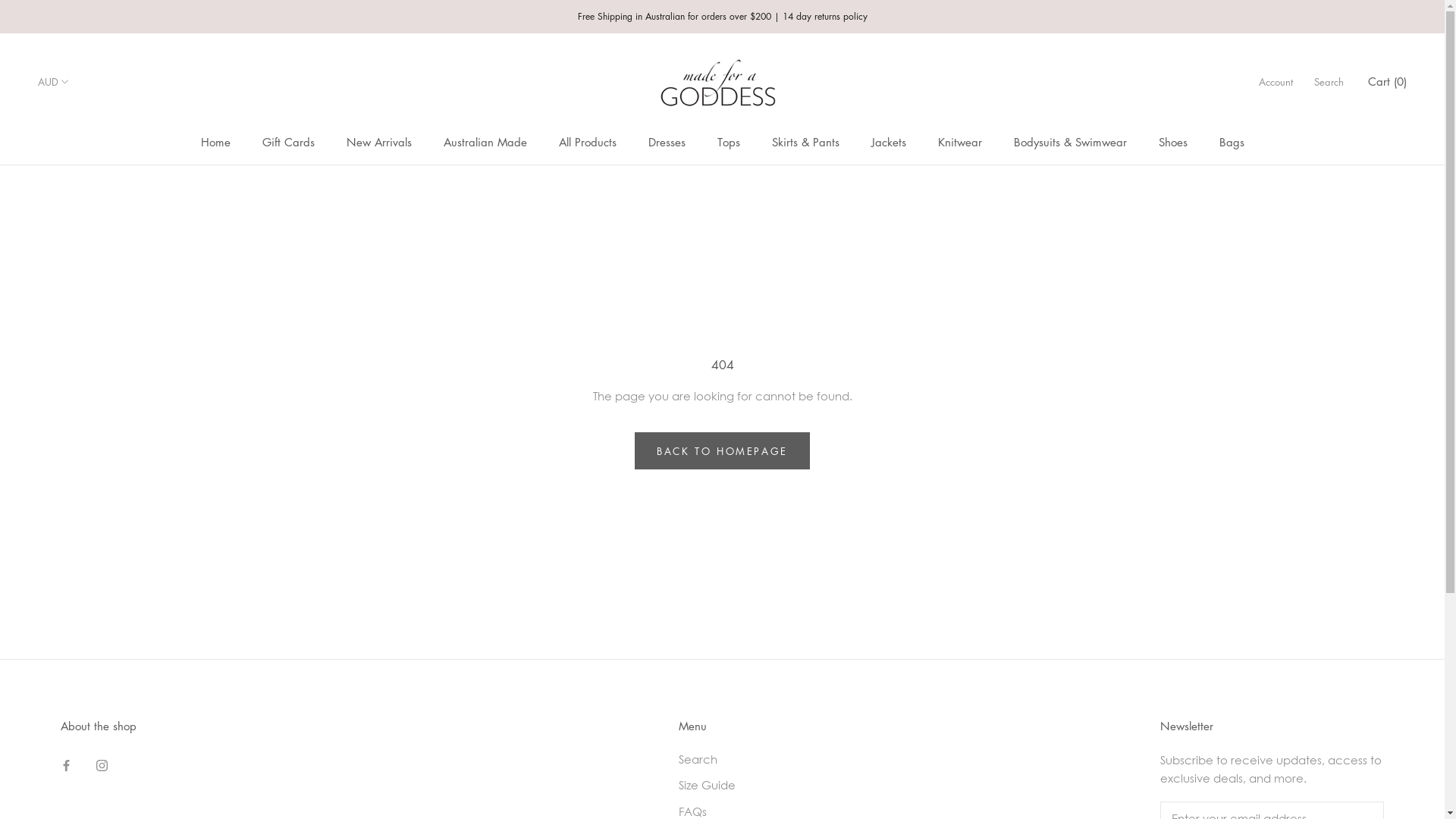 The width and height of the screenshot is (1456, 819). Describe the element at coordinates (754, 785) in the screenshot. I see `'Size Guide'` at that location.